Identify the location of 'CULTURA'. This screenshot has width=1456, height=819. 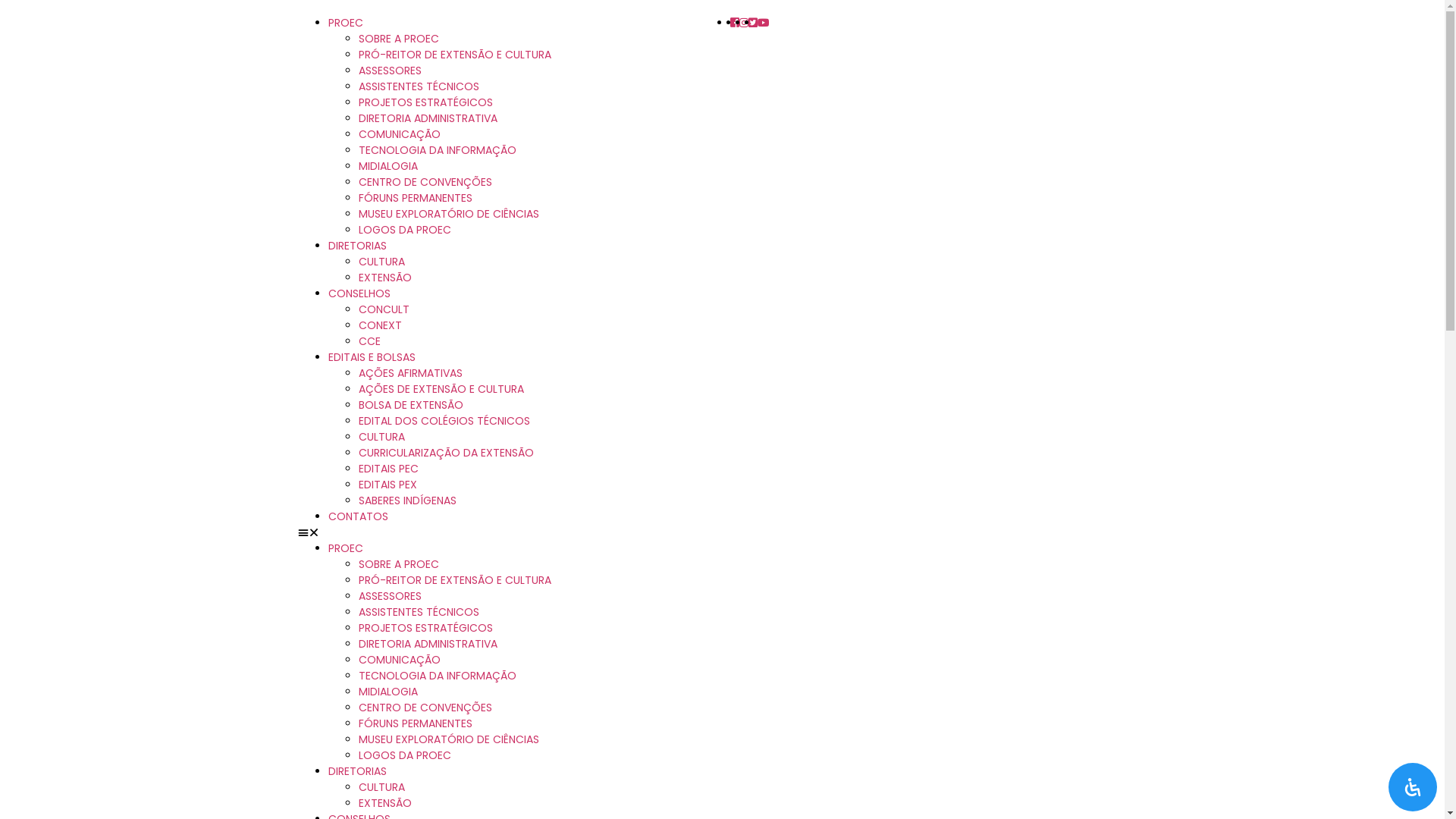
(381, 436).